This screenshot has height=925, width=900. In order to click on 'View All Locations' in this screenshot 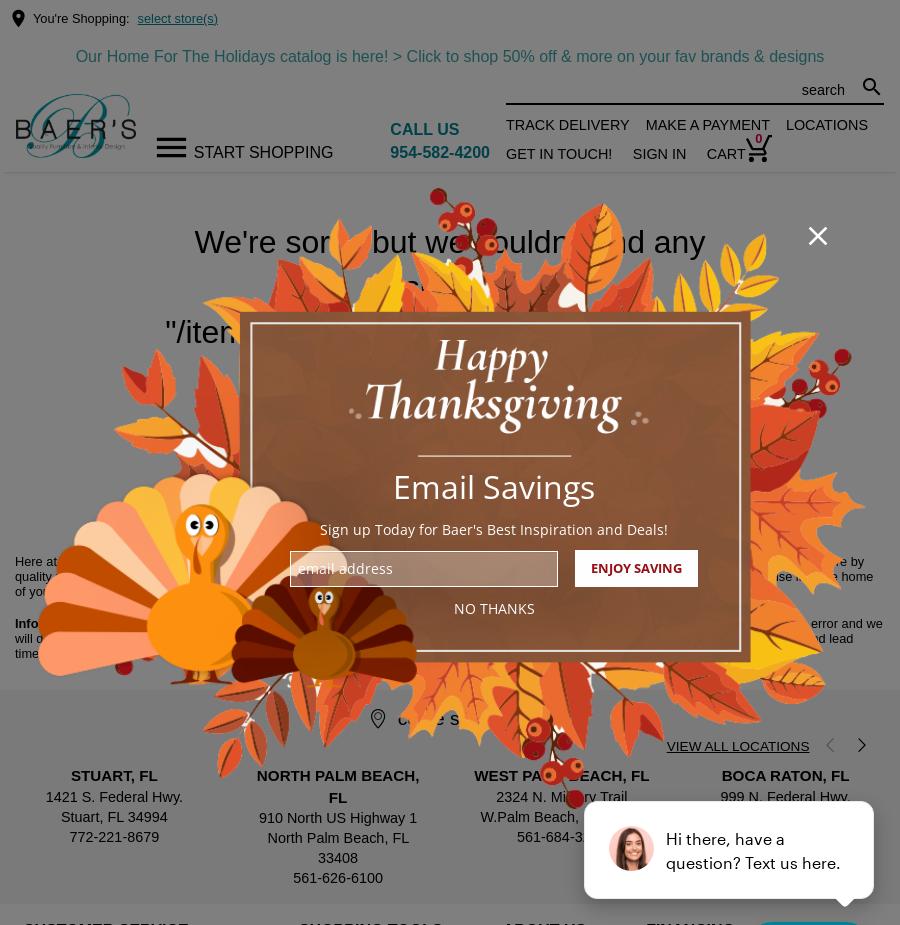, I will do `click(736, 746)`.